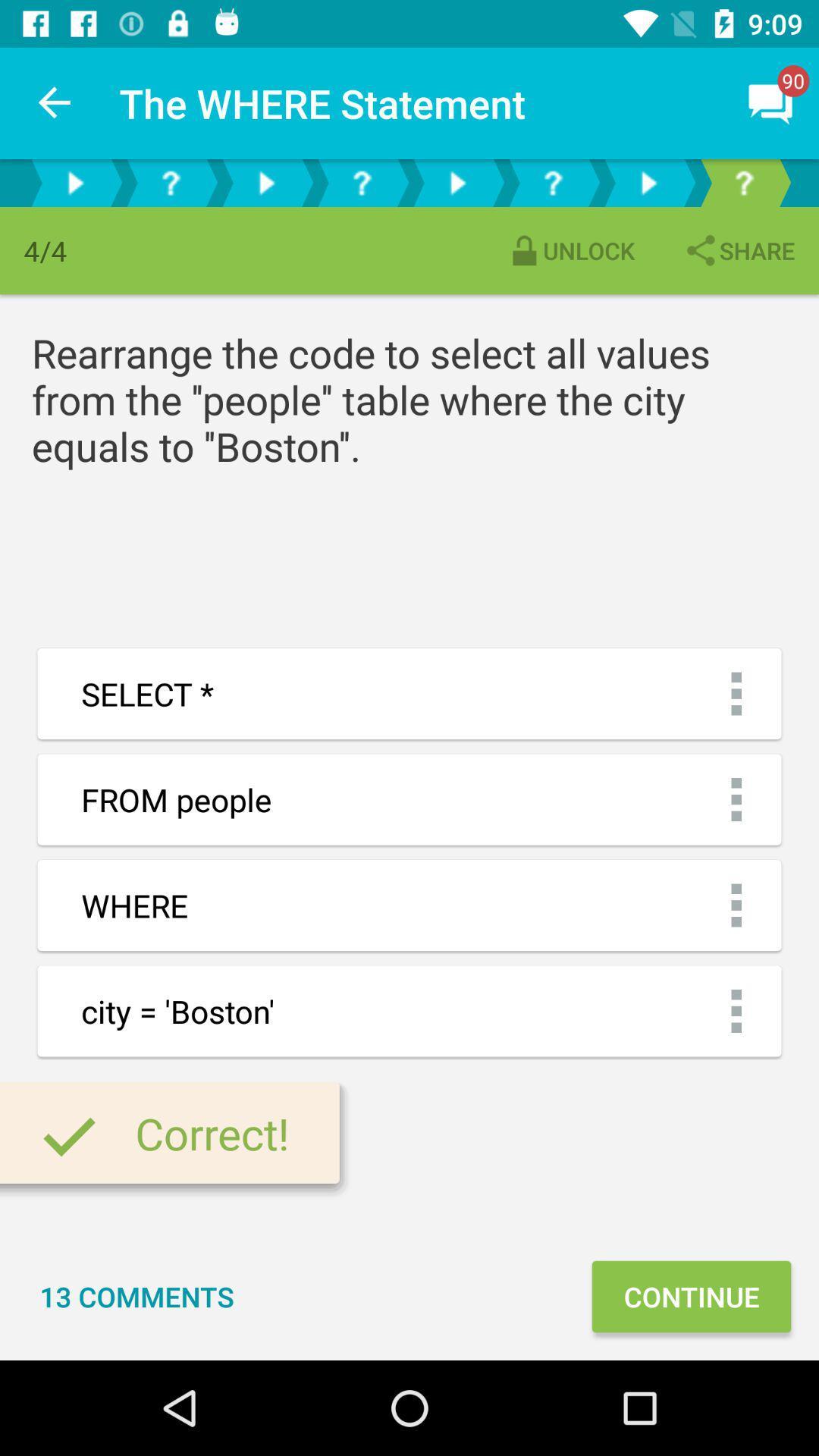 The image size is (819, 1456). I want to click on icon next to the 13 comments item, so click(691, 1295).